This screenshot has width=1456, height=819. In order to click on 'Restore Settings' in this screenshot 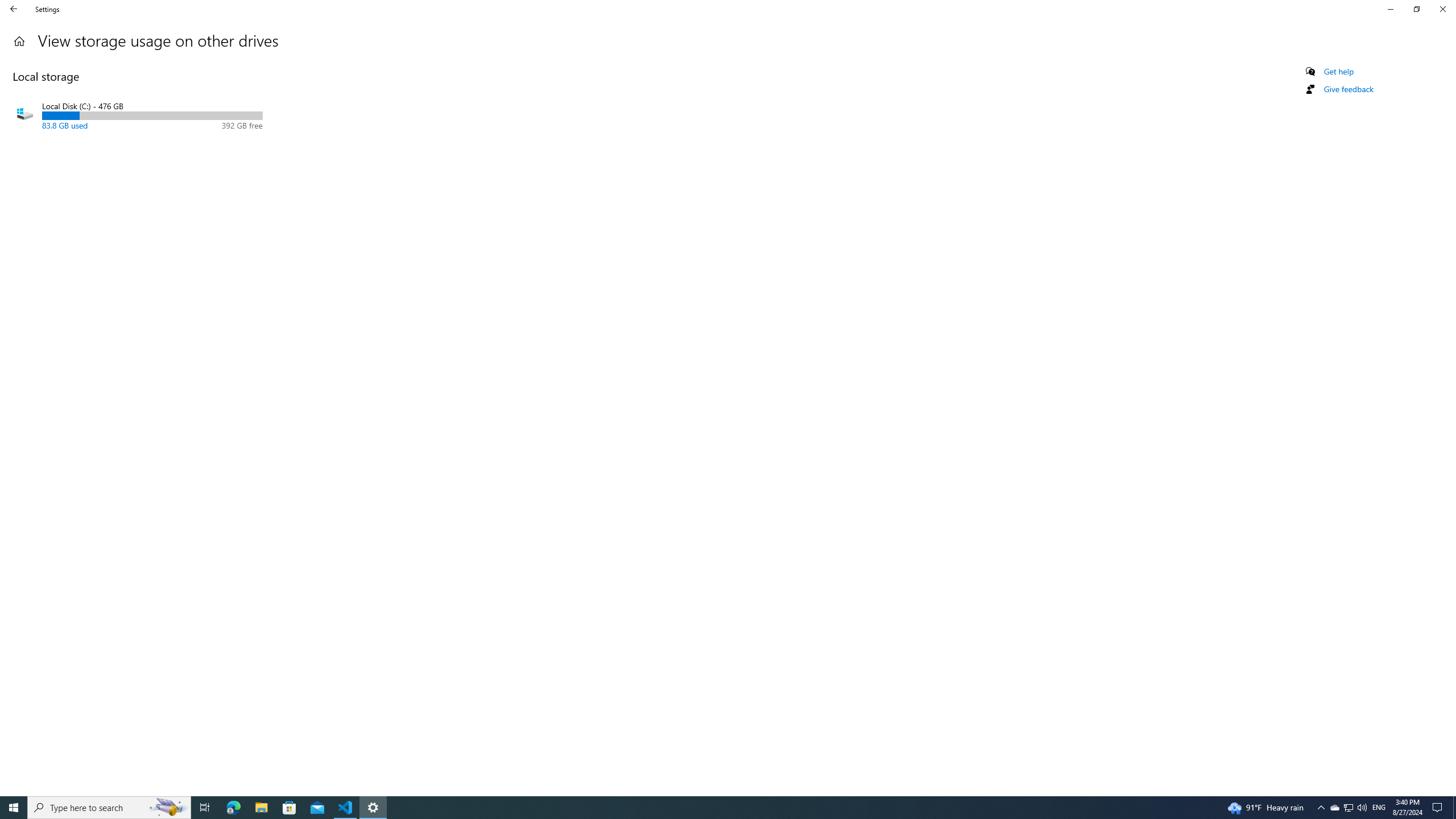, I will do `click(1416, 9)`.